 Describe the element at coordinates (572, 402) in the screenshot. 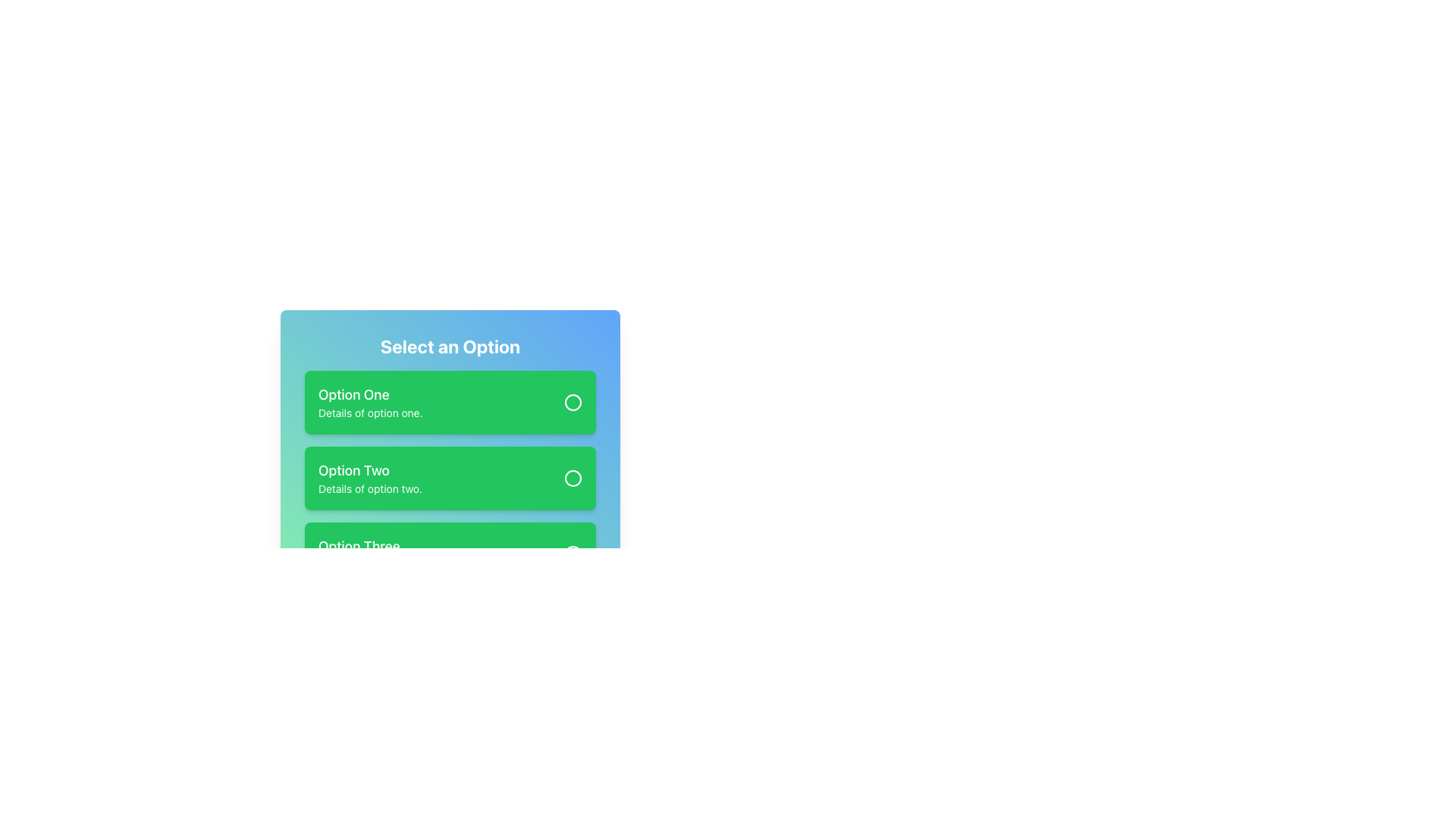

I see `the visual indicator icon for 'Option One', which is centered on the green button labeled 'Option One'` at that location.